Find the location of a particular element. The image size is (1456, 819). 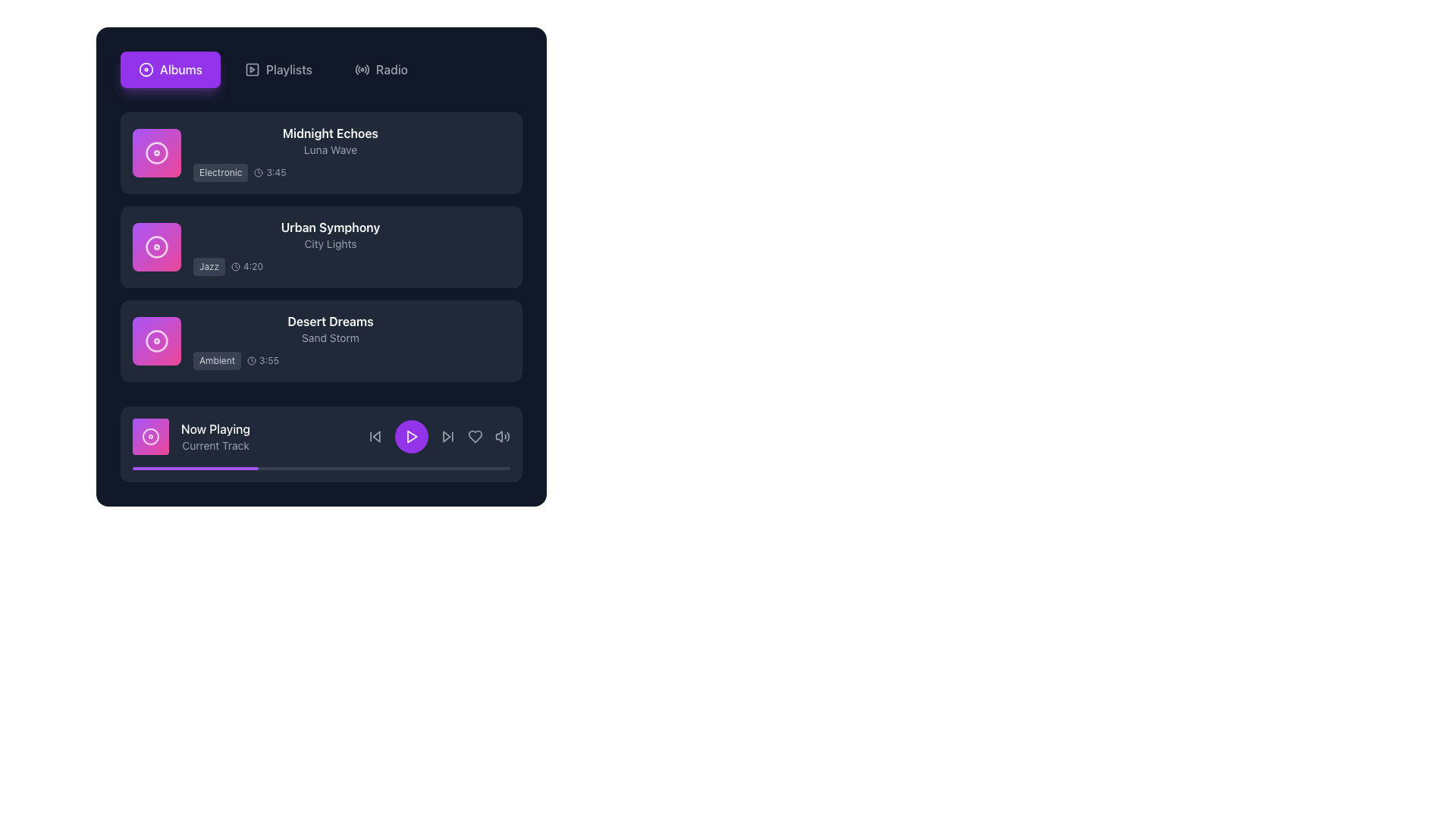

keyboard navigation is located at coordinates (412, 436).